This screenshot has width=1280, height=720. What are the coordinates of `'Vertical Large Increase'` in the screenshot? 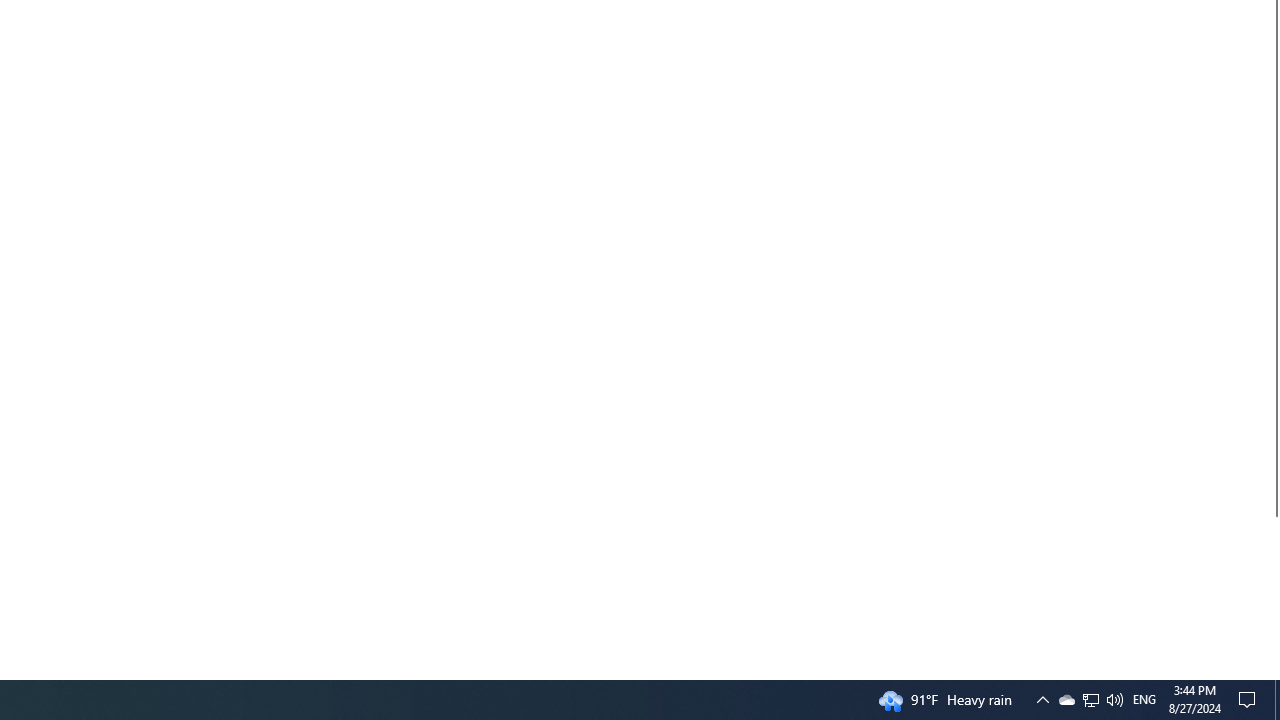 It's located at (1271, 589).